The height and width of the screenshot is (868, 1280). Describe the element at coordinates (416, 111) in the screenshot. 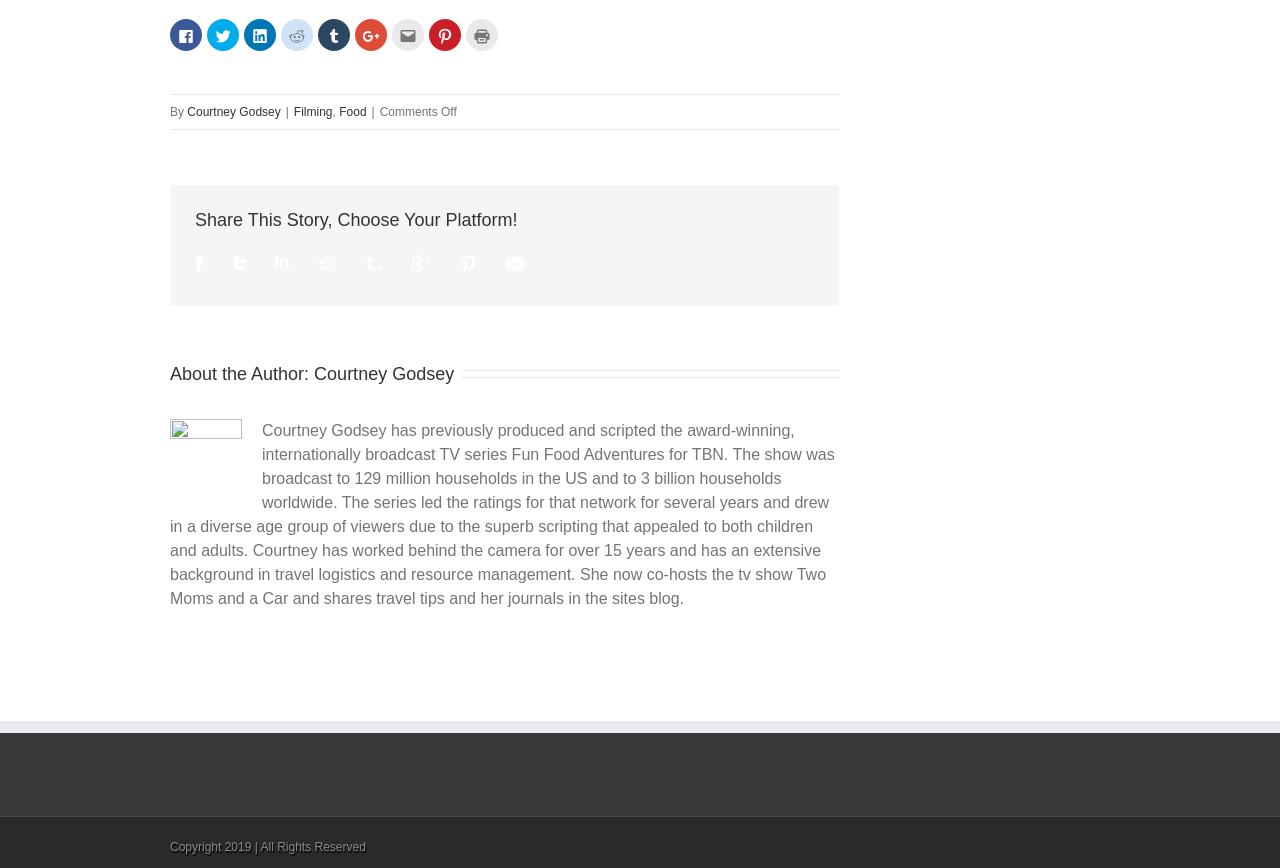

I see `'Comments Off'` at that location.